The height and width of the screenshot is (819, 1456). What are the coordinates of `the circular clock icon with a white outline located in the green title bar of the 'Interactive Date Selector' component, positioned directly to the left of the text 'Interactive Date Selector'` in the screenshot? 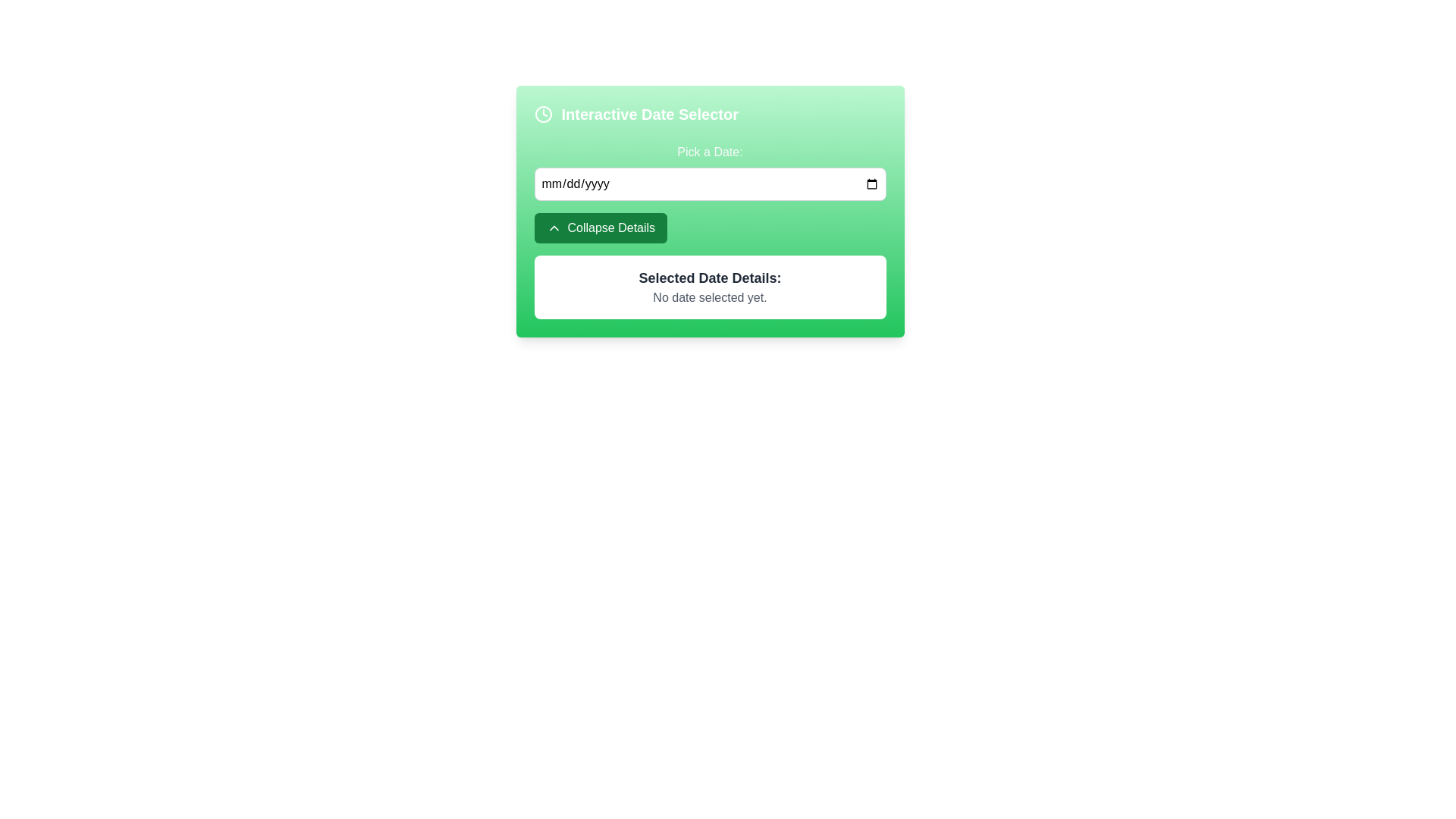 It's located at (543, 113).